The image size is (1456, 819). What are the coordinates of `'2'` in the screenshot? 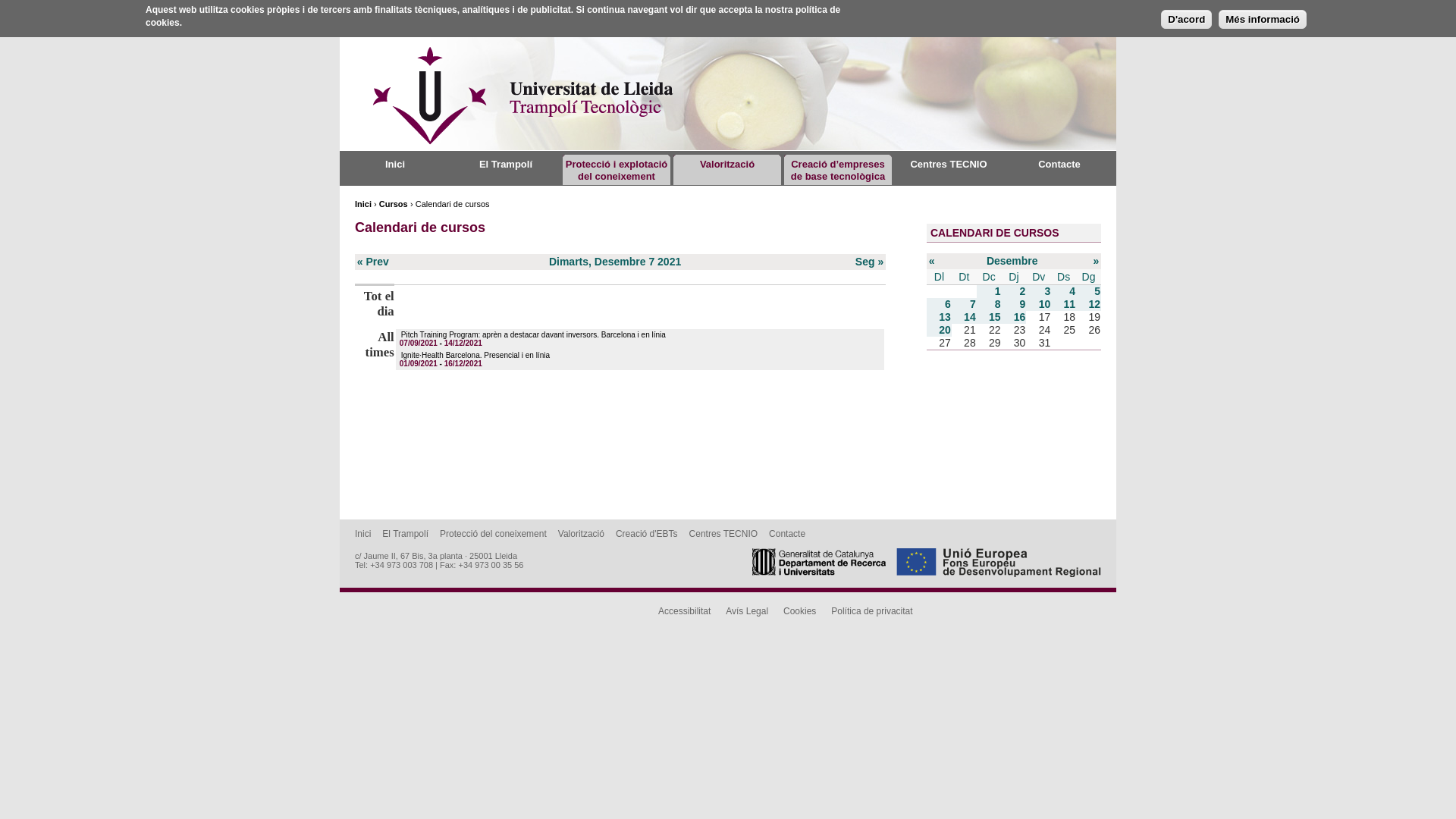 It's located at (1022, 291).